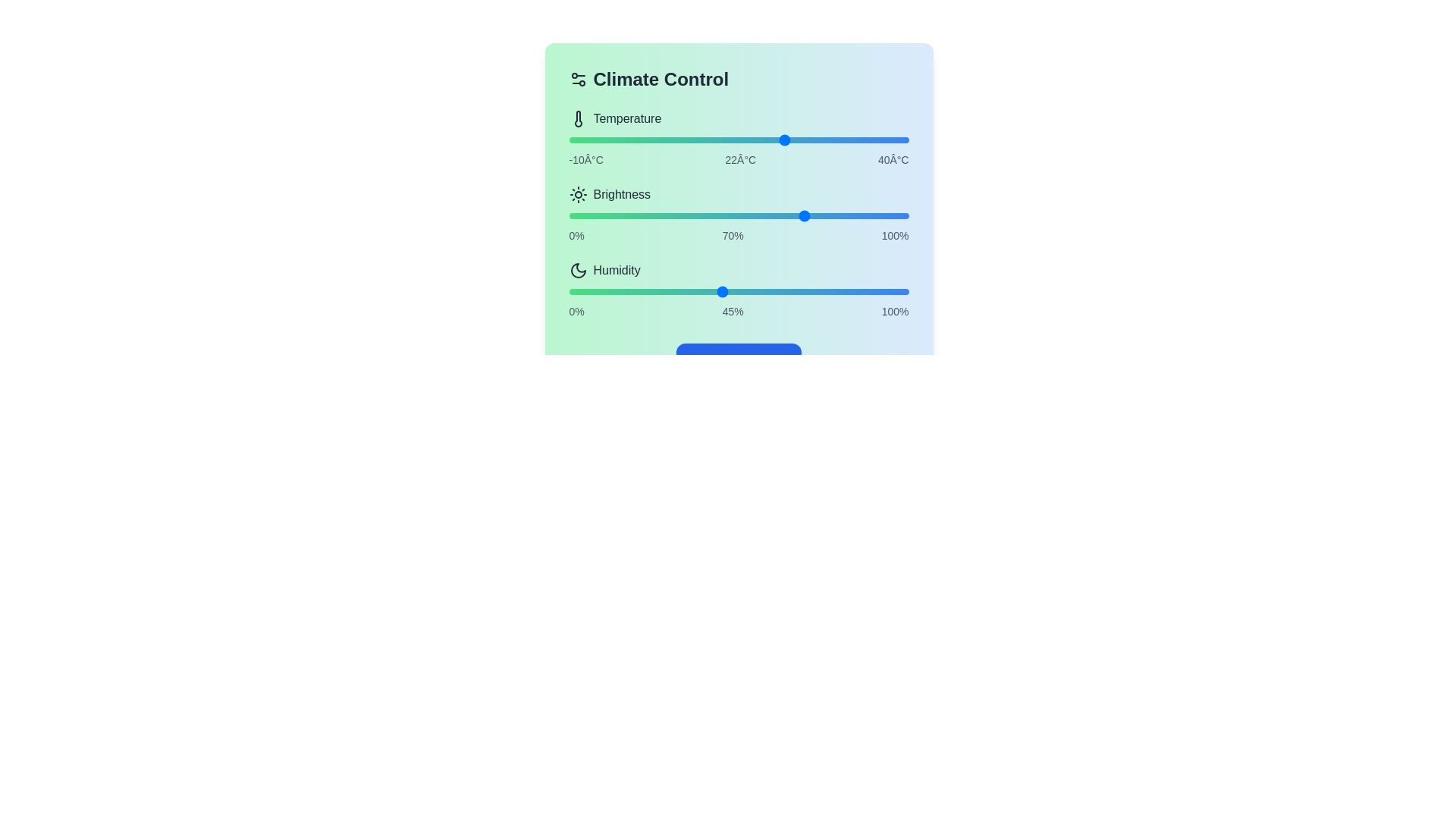 The height and width of the screenshot is (819, 1456). Describe the element at coordinates (644, 216) in the screenshot. I see `the brightness level` at that location.